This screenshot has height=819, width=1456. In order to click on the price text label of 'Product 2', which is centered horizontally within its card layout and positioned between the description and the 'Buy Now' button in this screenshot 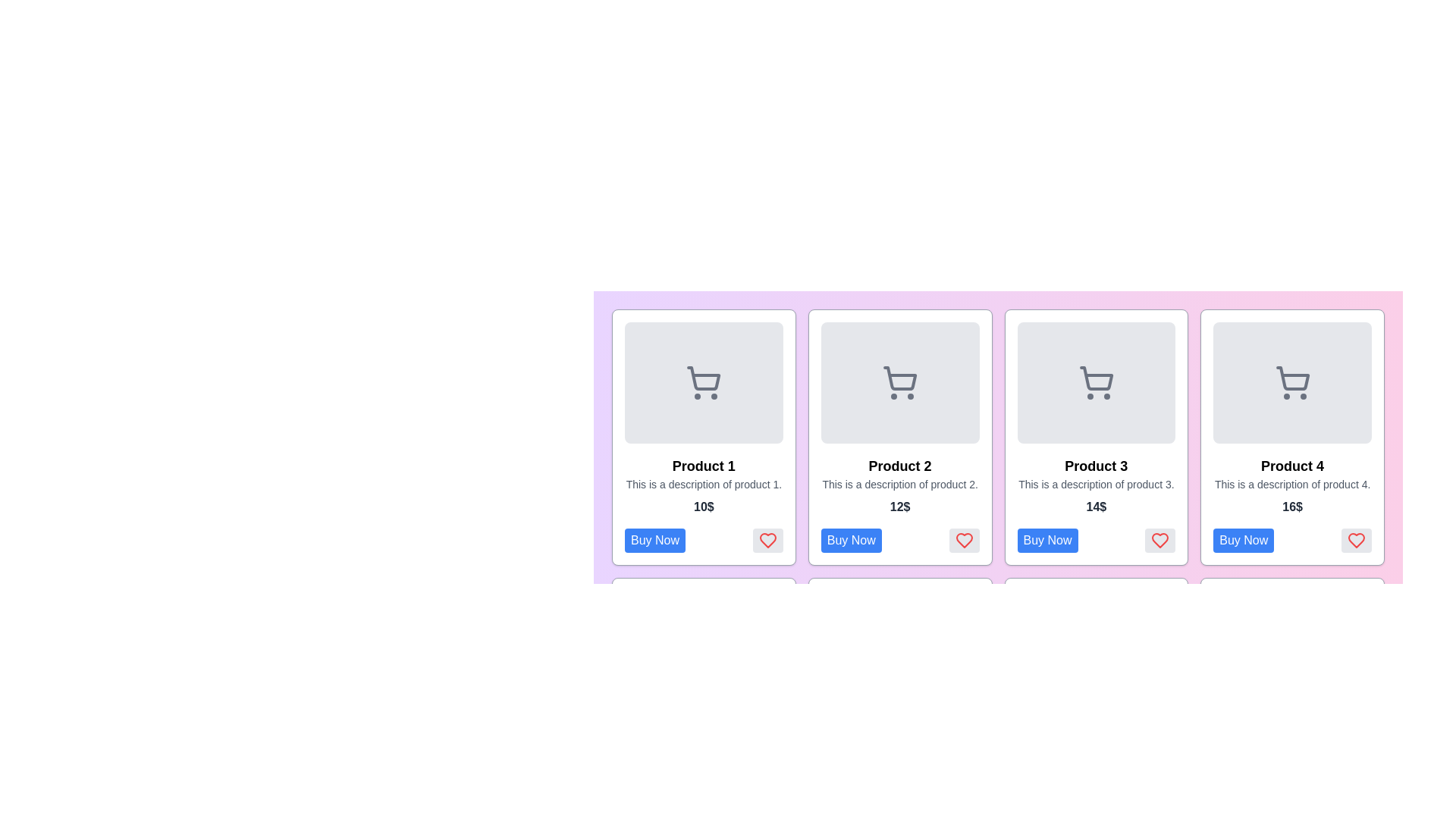, I will do `click(900, 507)`.